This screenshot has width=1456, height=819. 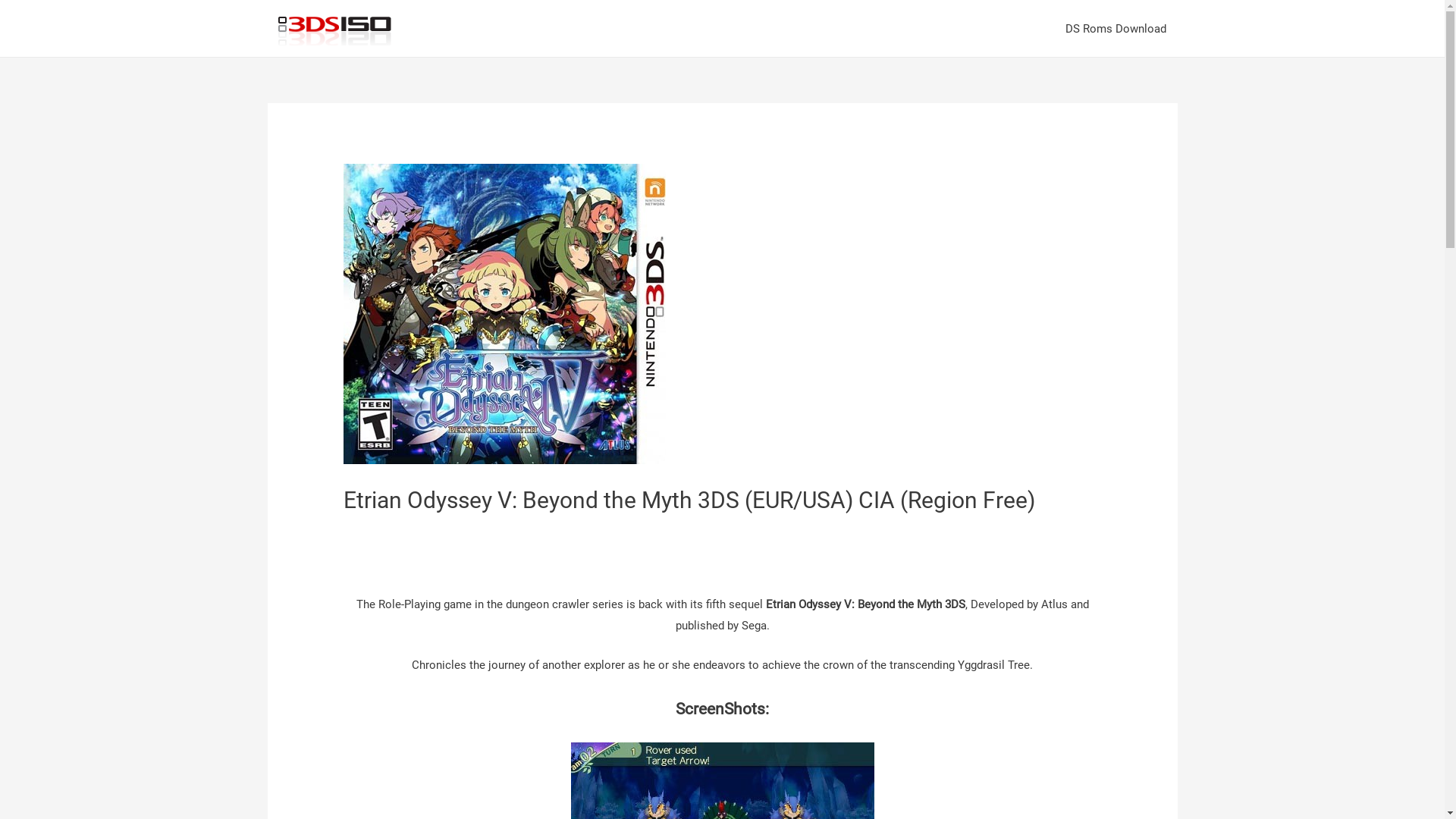 What do you see at coordinates (1116, 29) in the screenshot?
I see `'DS Roms Download'` at bounding box center [1116, 29].